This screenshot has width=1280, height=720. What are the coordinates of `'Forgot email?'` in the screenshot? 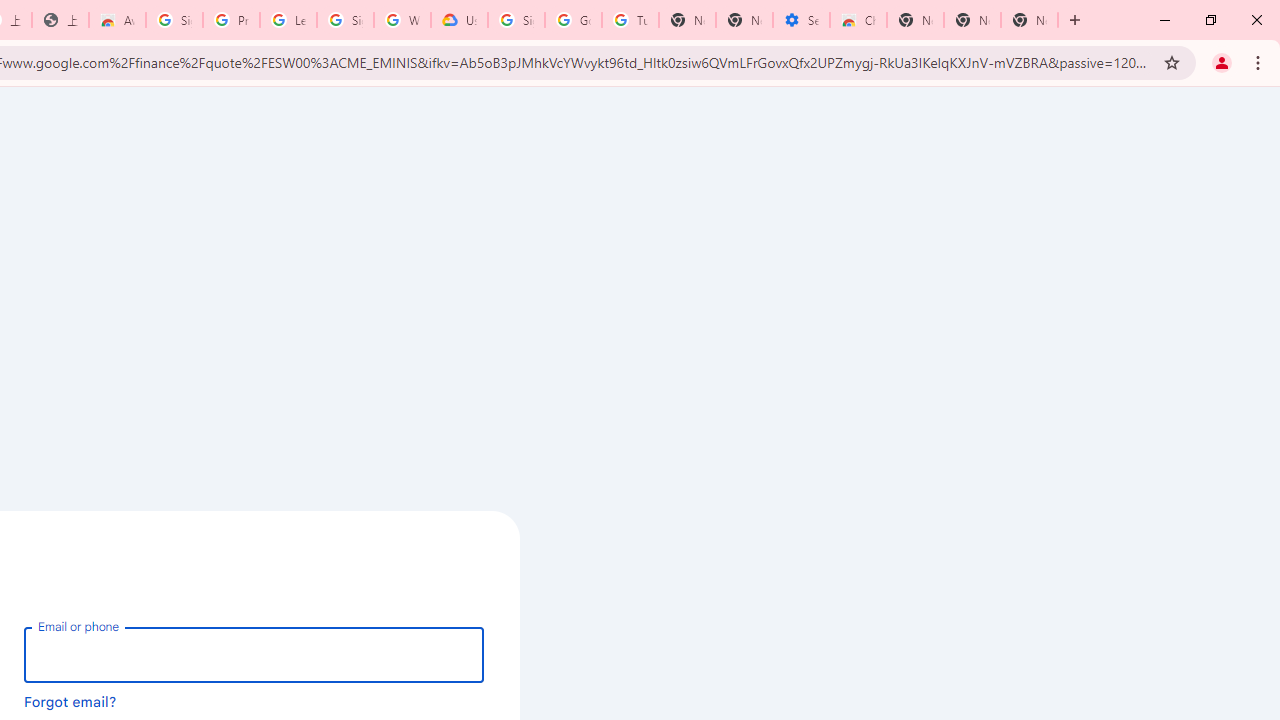 It's located at (70, 700).